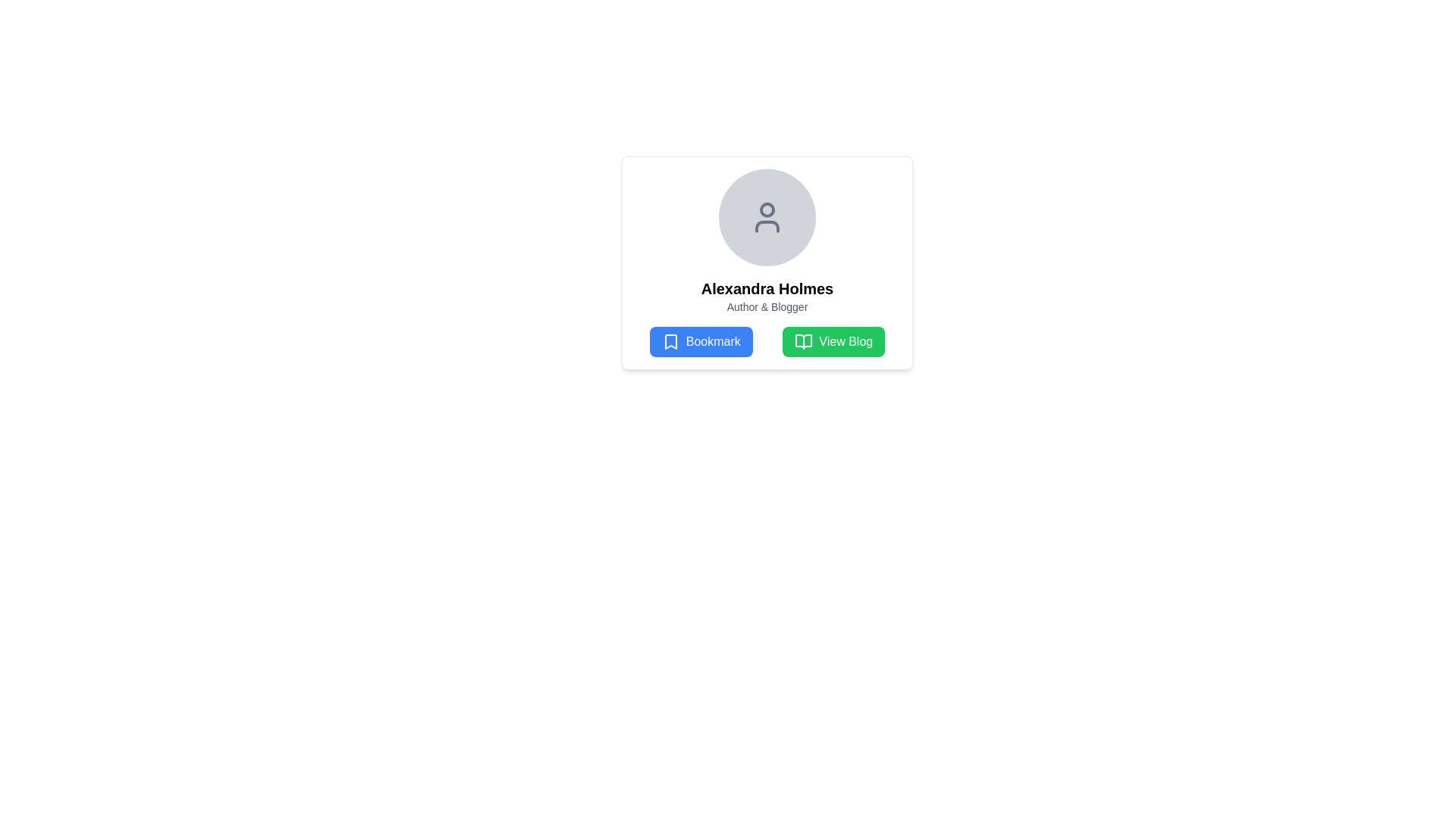  What do you see at coordinates (767, 307) in the screenshot?
I see `the text label that indicates the role 'Author & Blogger', located below 'Alexandra Holmes' and above the 'Bookmark' and 'View Blog' buttons in the central profile card` at bounding box center [767, 307].